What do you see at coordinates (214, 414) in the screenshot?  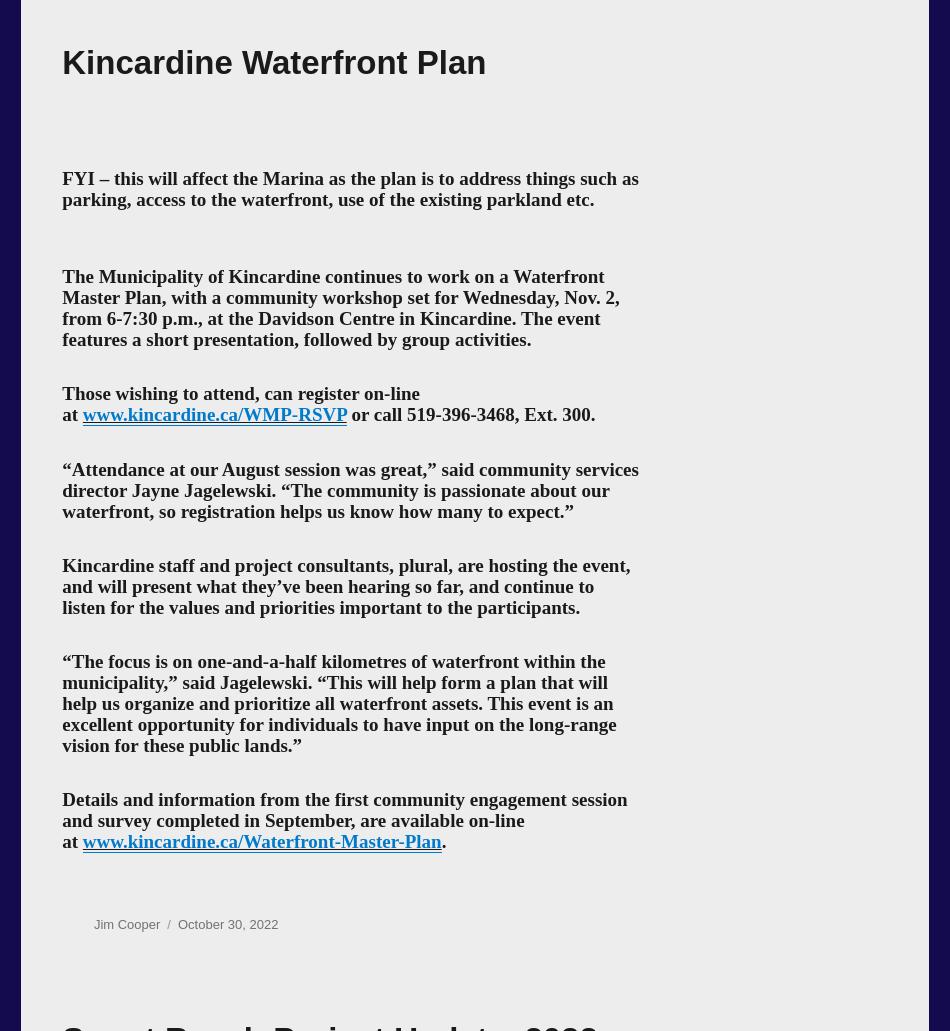 I see `'www.kincardine.ca/WMP-RSVP'` at bounding box center [214, 414].